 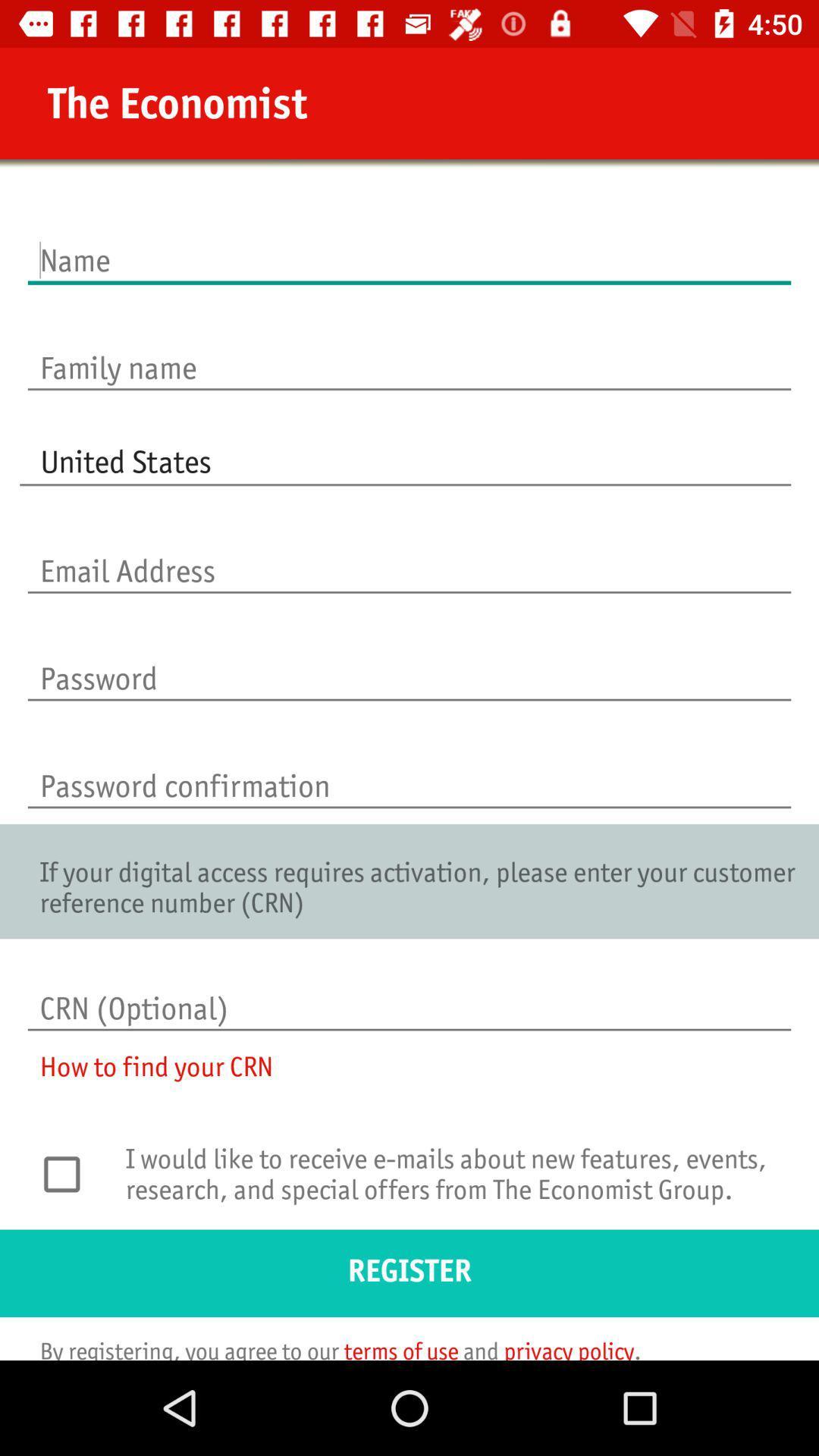 What do you see at coordinates (453, 1183) in the screenshot?
I see `the i would like` at bounding box center [453, 1183].